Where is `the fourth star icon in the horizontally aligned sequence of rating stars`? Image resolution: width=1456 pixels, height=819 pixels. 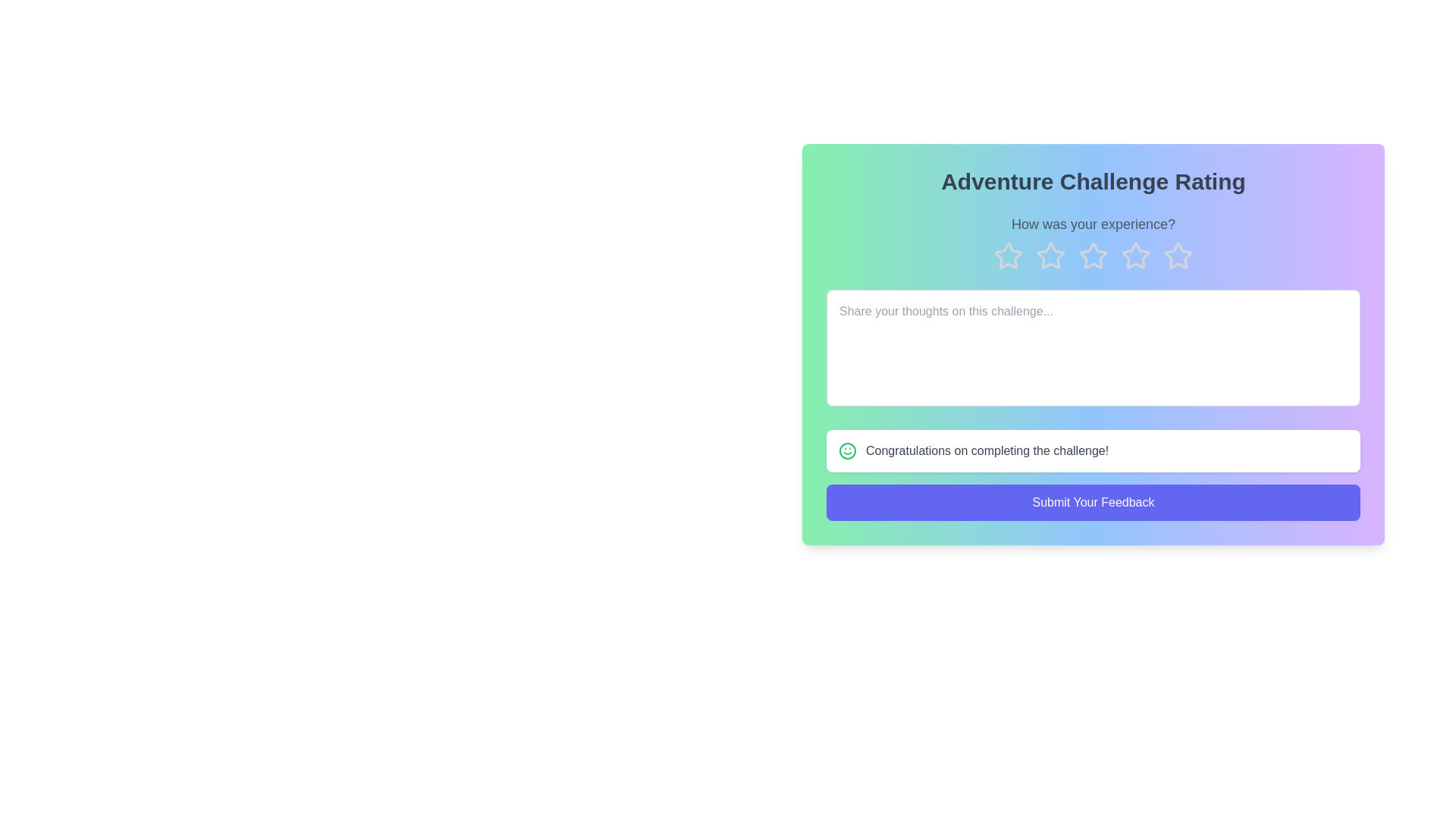 the fourth star icon in the horizontally aligned sequence of rating stars is located at coordinates (1093, 256).